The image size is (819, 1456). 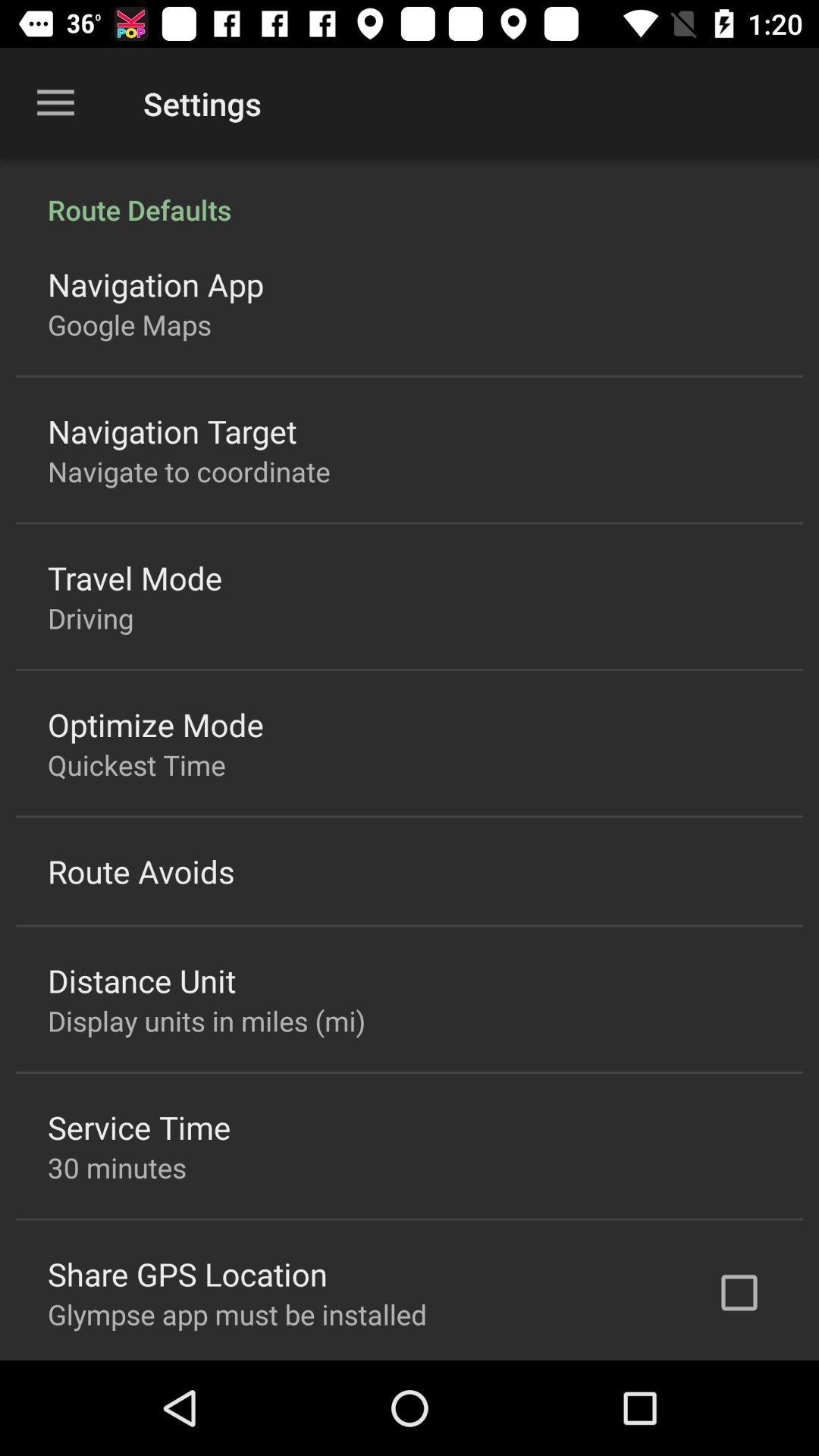 I want to click on the optimize mode, so click(x=155, y=723).